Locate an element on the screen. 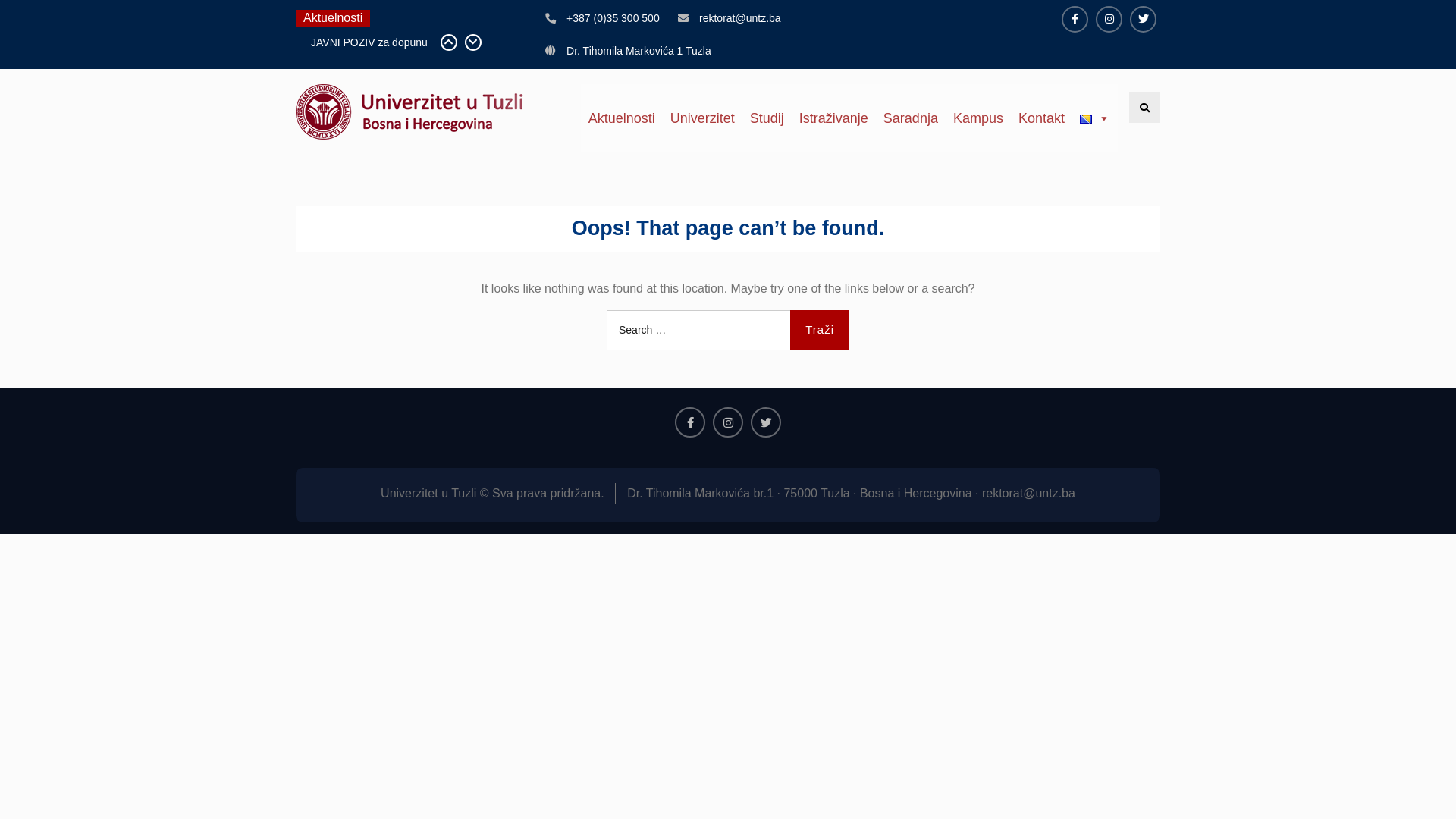 This screenshot has width=1456, height=819. 'Search' is located at coordinates (1128, 106).